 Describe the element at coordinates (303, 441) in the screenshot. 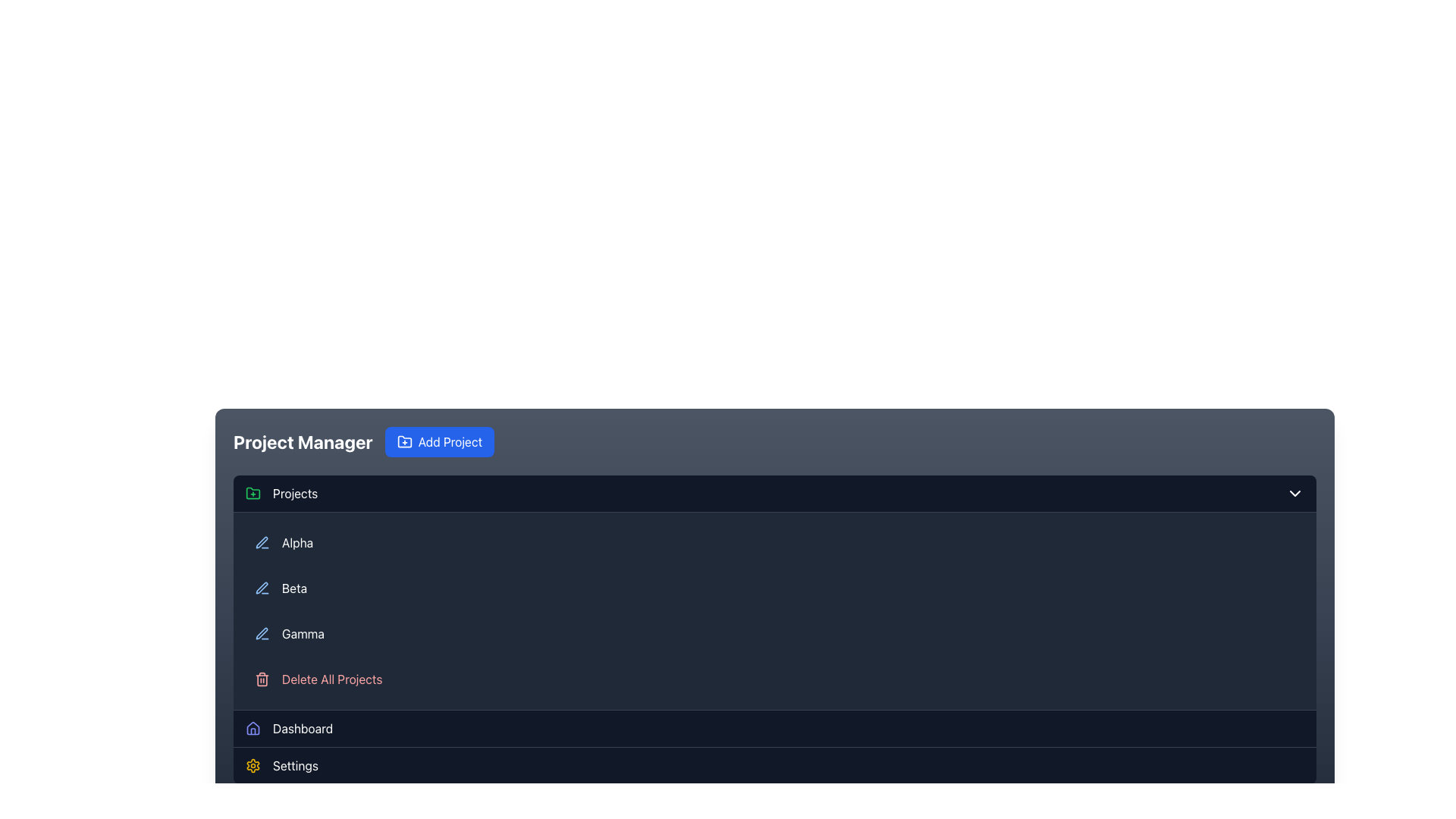

I see `the 'Project Manager' text label, which is a bold and large font heading located at the top-left section of the toolbar area with a dark background` at that location.